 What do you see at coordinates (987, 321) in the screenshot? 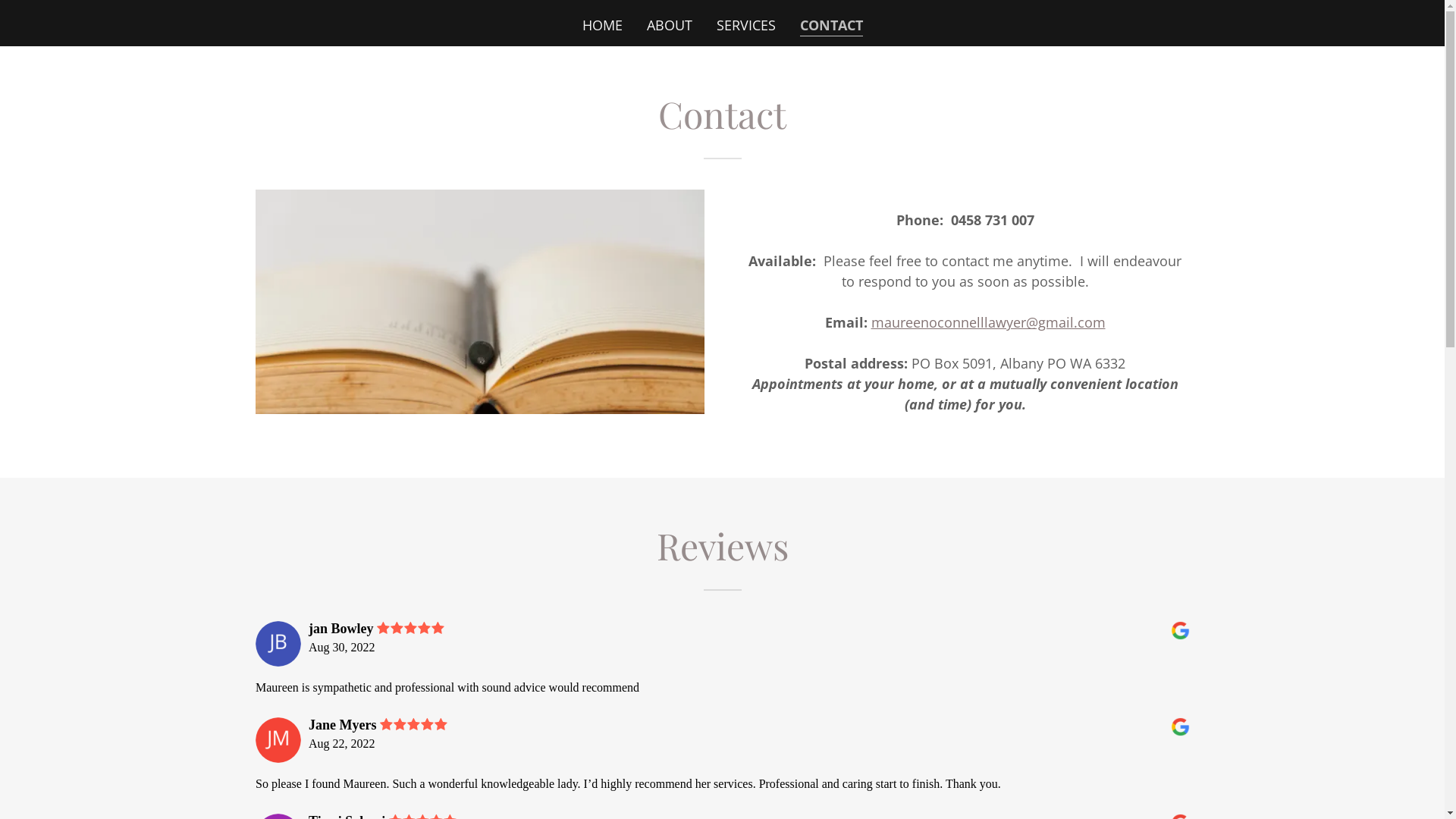
I see `'maureenoconnelllawyer@gmail.com'` at bounding box center [987, 321].